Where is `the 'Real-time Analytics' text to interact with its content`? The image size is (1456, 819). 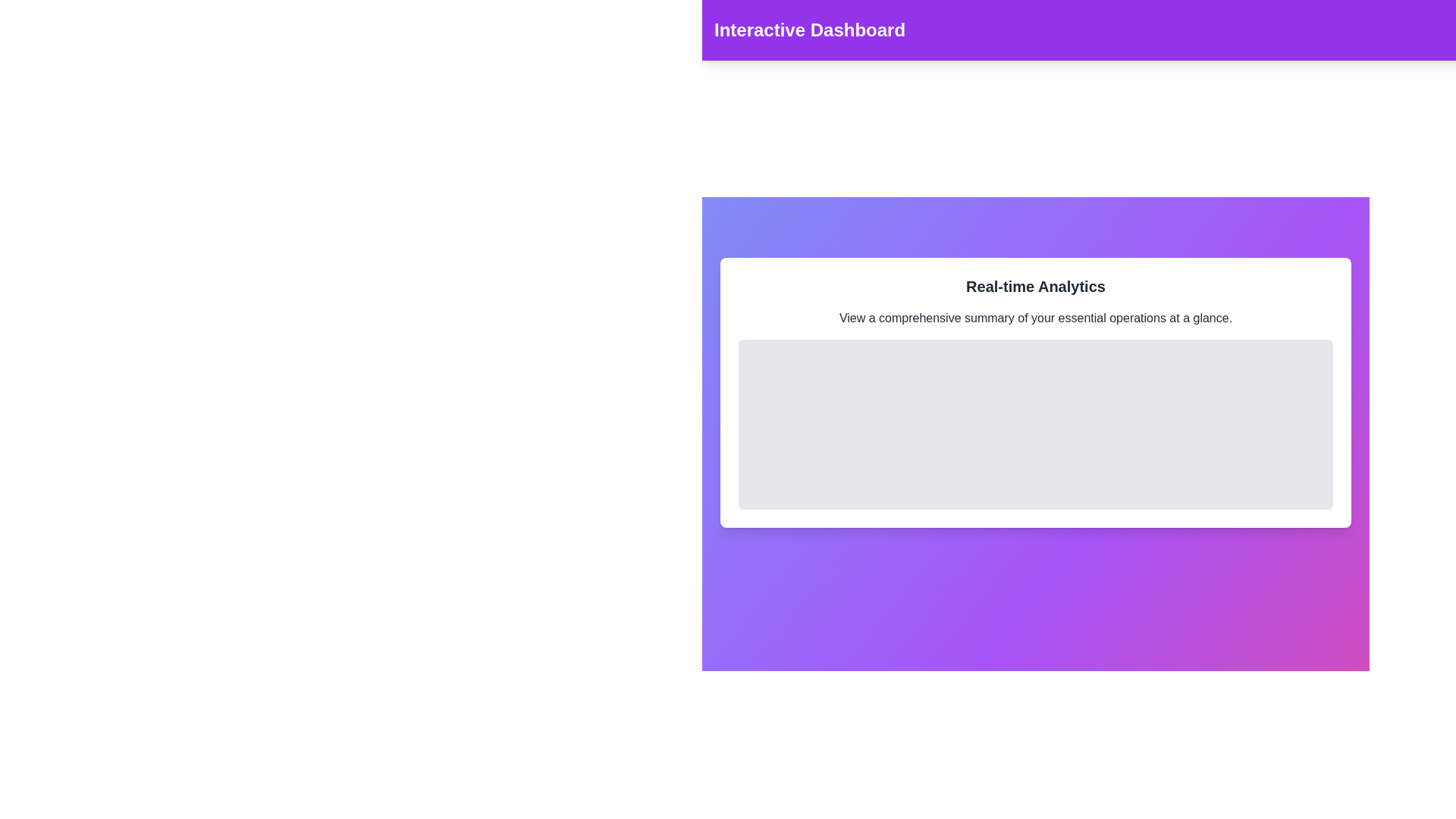 the 'Real-time Analytics' text to interact with its content is located at coordinates (1035, 287).